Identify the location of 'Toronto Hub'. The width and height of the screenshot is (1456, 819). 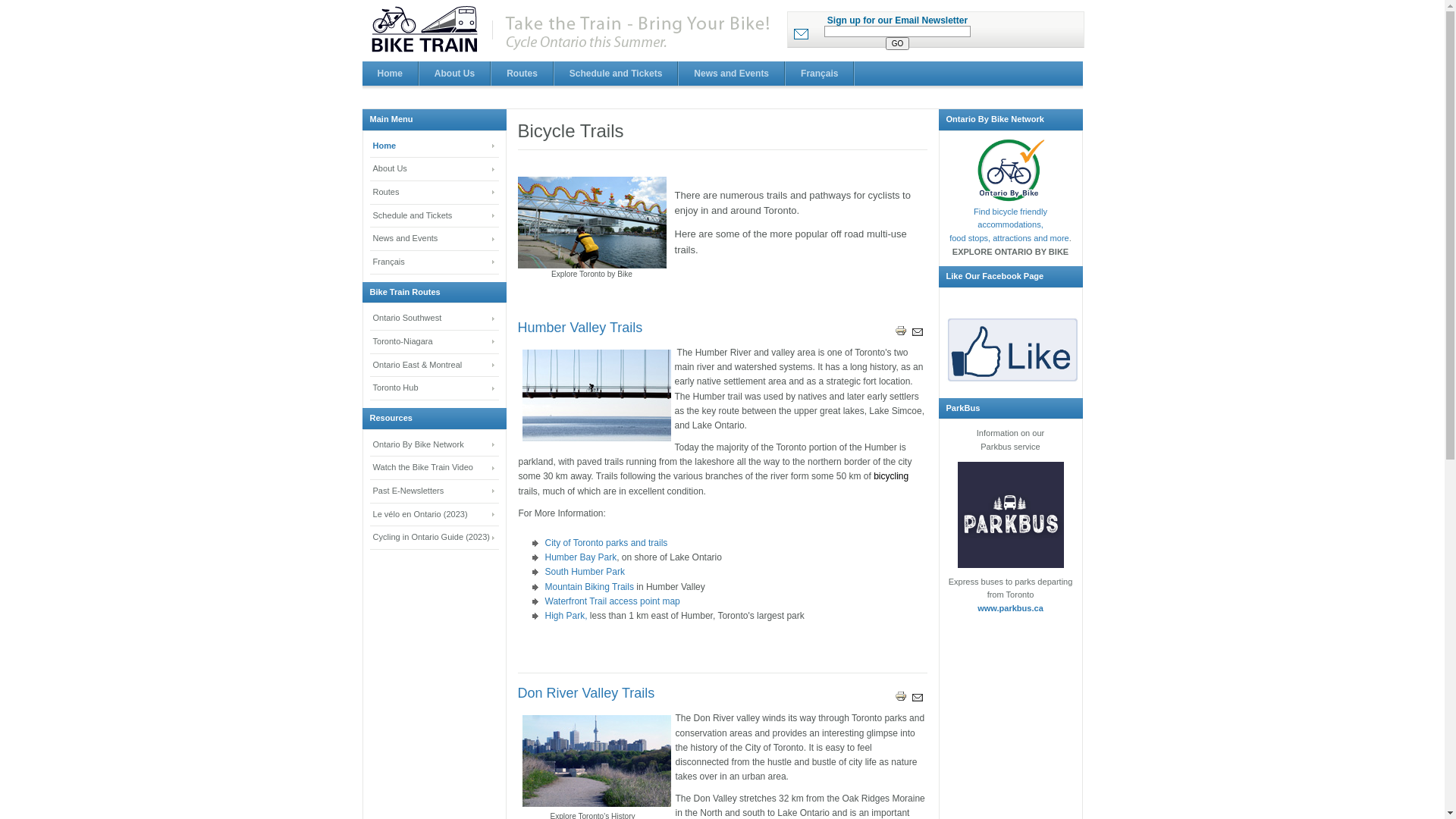
(370, 388).